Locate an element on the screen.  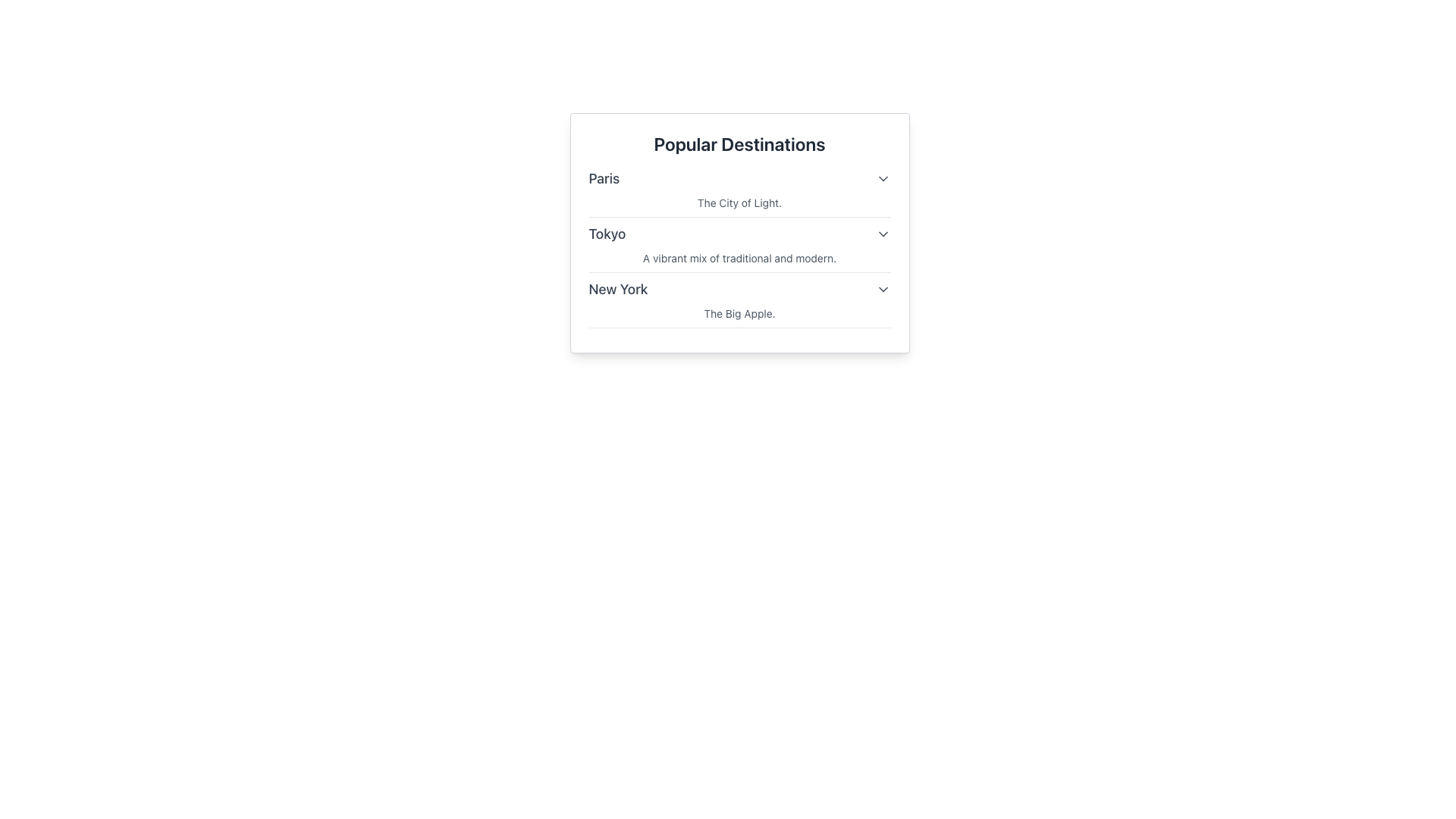
the descriptive subtitle text for the 'Paris' dropdown item, which provides additional contextual information about the destination is located at coordinates (739, 202).